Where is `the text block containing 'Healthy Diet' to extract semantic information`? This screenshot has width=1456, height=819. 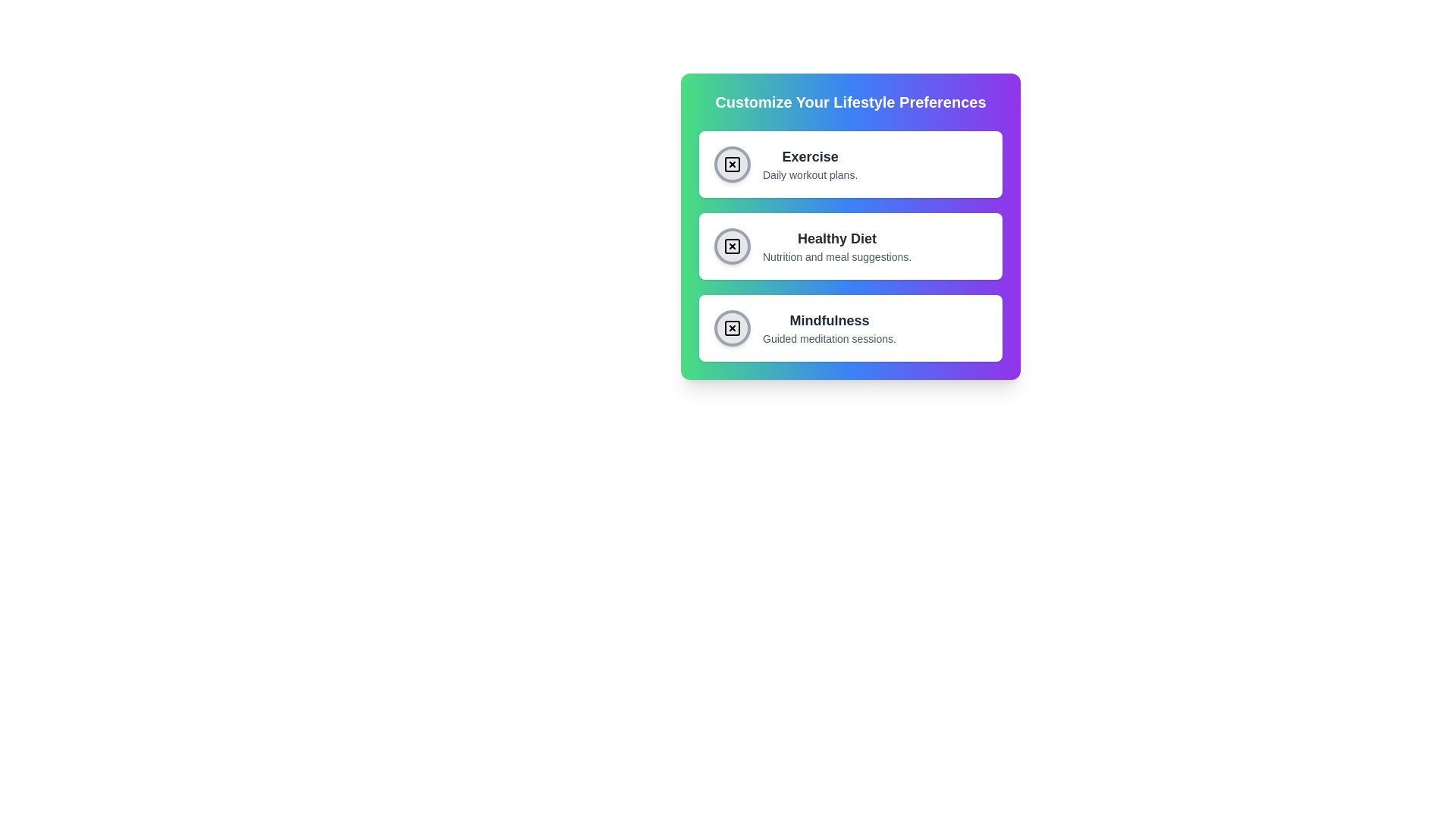 the text block containing 'Healthy Diet' to extract semantic information is located at coordinates (836, 245).